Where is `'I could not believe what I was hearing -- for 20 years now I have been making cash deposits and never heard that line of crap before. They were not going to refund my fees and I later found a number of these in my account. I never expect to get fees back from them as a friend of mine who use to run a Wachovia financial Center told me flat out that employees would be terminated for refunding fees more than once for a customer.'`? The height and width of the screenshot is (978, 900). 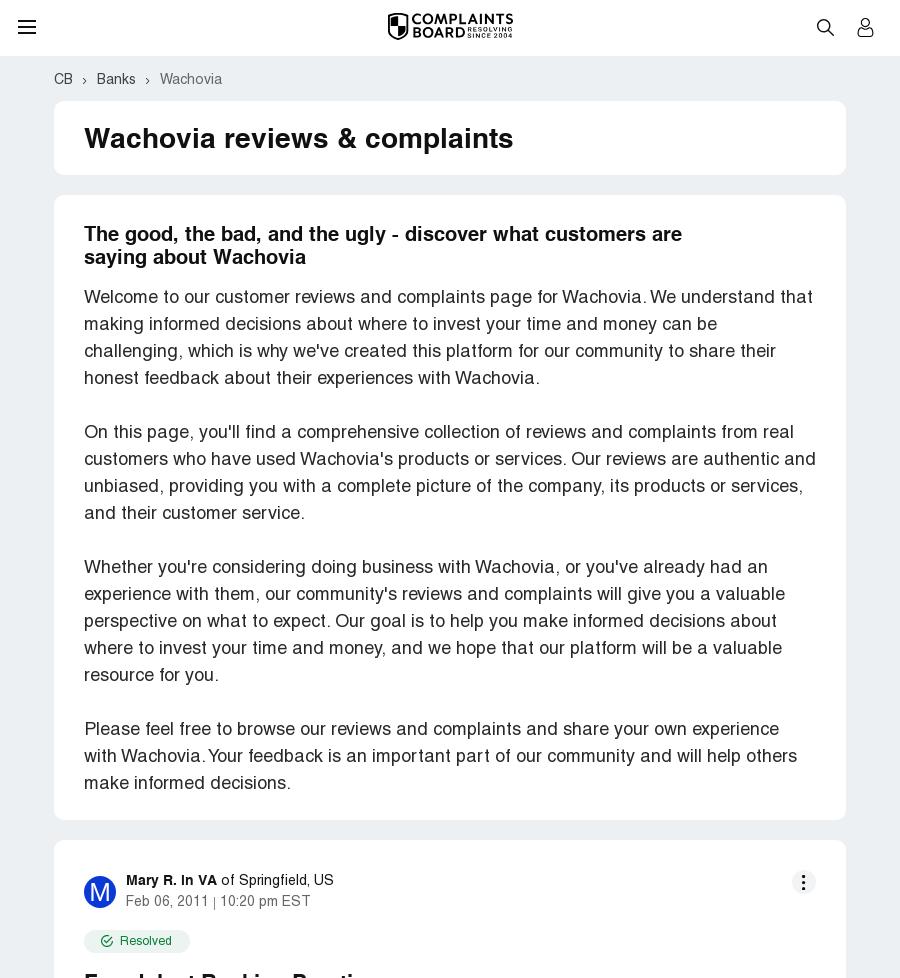
'I could not believe what I was hearing -- for 20 years now I have been making cash deposits and never heard that line of crap before. They were not going to refund my fees and I later found a number of these in my account. I never expect to get fees back from them as a friend of mine who use to run a Wachovia financial Center told me flat out that employees would be terminated for refunding fees more than once for a customer.' is located at coordinates (446, 301).